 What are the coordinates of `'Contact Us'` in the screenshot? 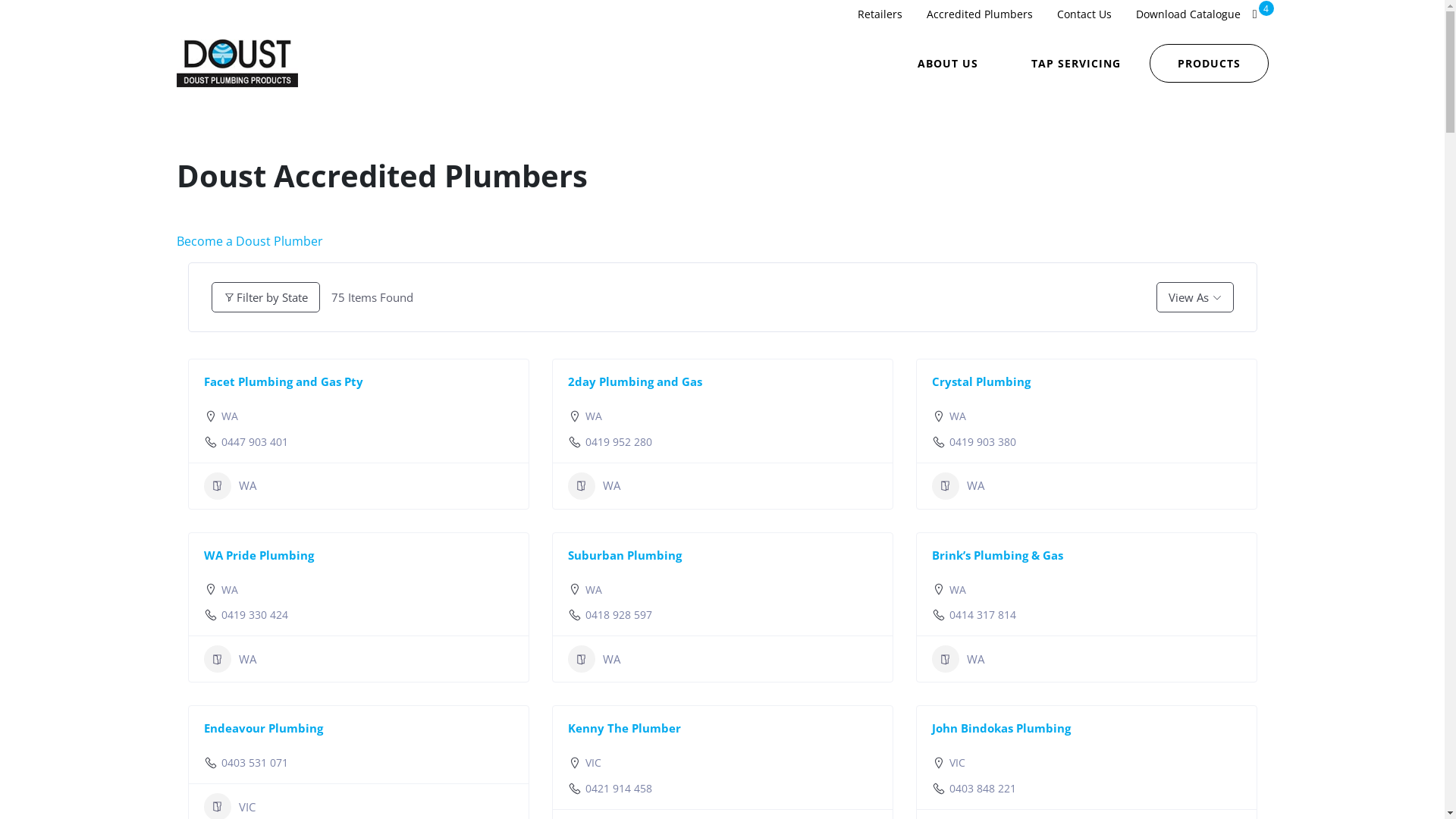 It's located at (1084, 14).